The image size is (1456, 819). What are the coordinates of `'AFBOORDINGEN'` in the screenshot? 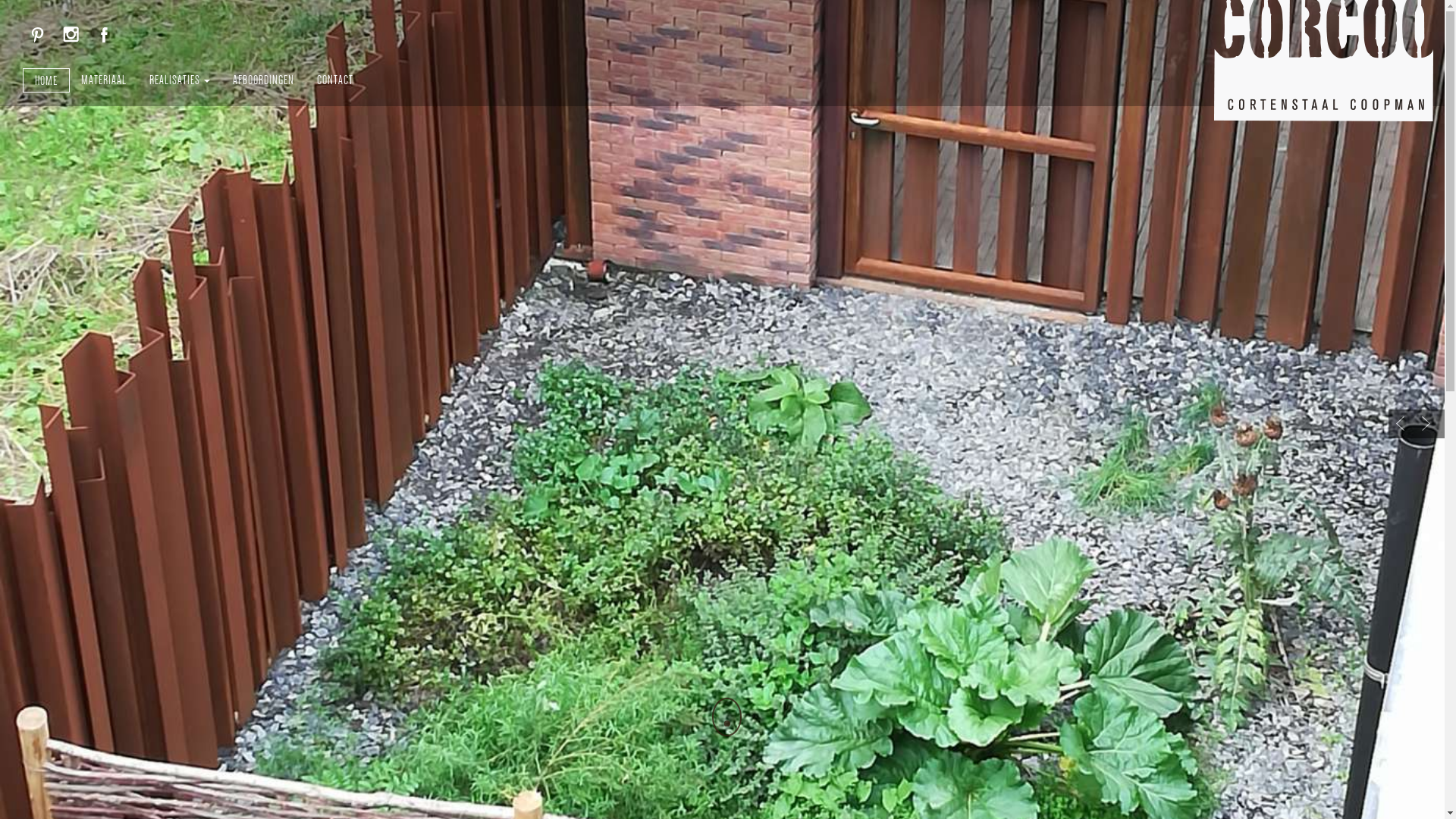 It's located at (263, 79).